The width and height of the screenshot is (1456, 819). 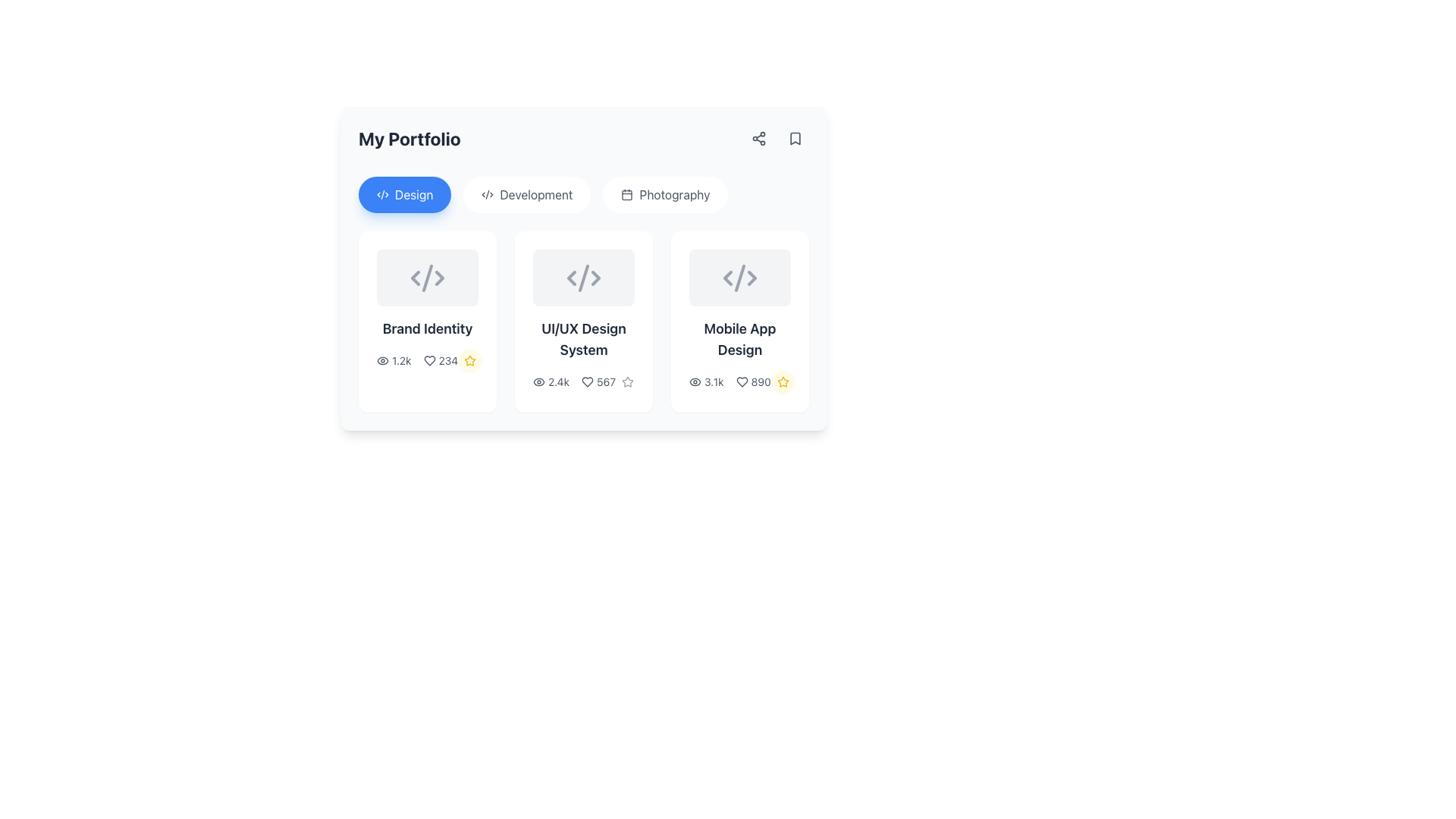 What do you see at coordinates (582, 338) in the screenshot?
I see `the card surrounding the 'UI/UX Design System' title text label located in the second card under the 'Design' tab` at bounding box center [582, 338].